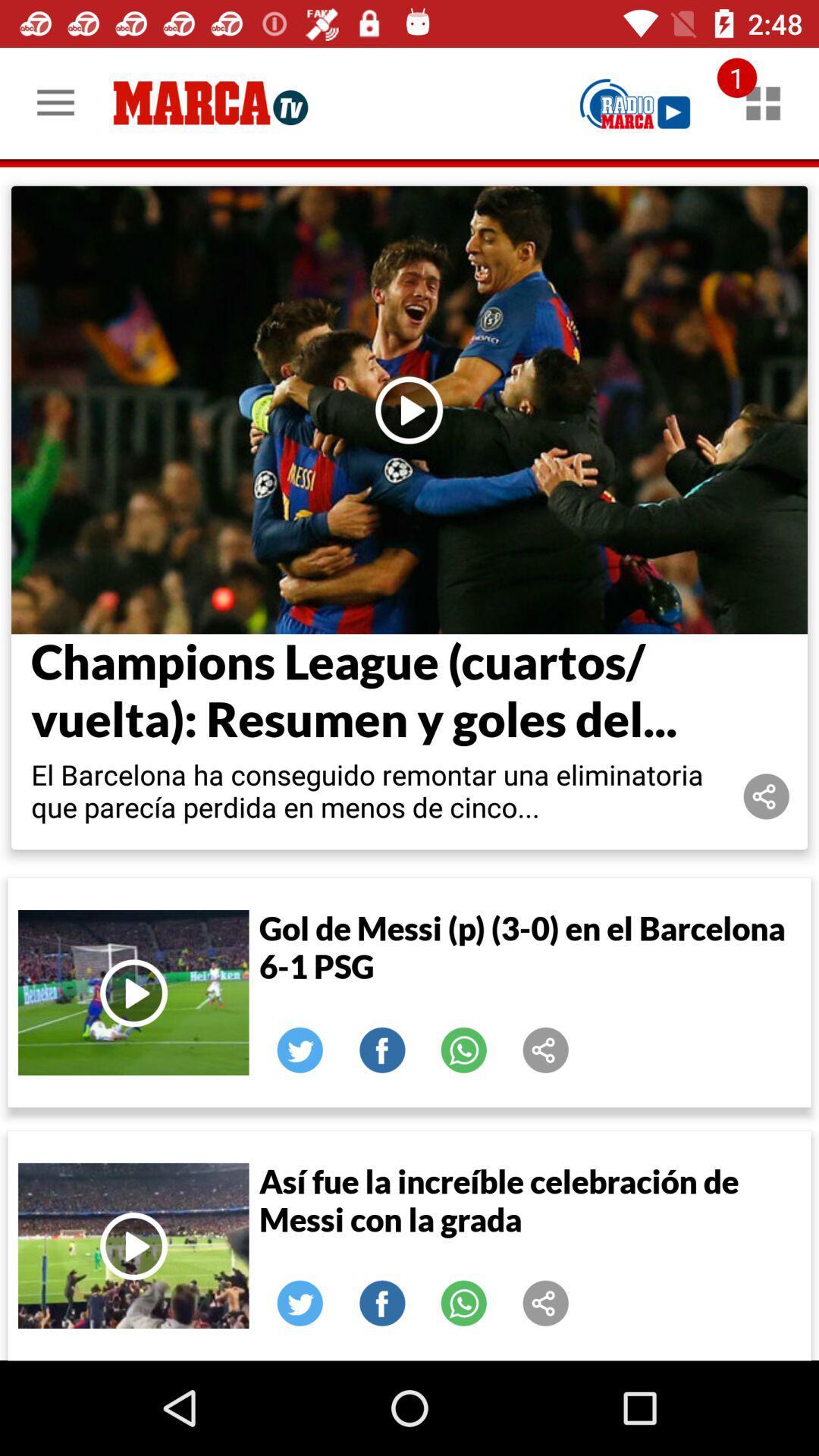  I want to click on the video, so click(133, 993).